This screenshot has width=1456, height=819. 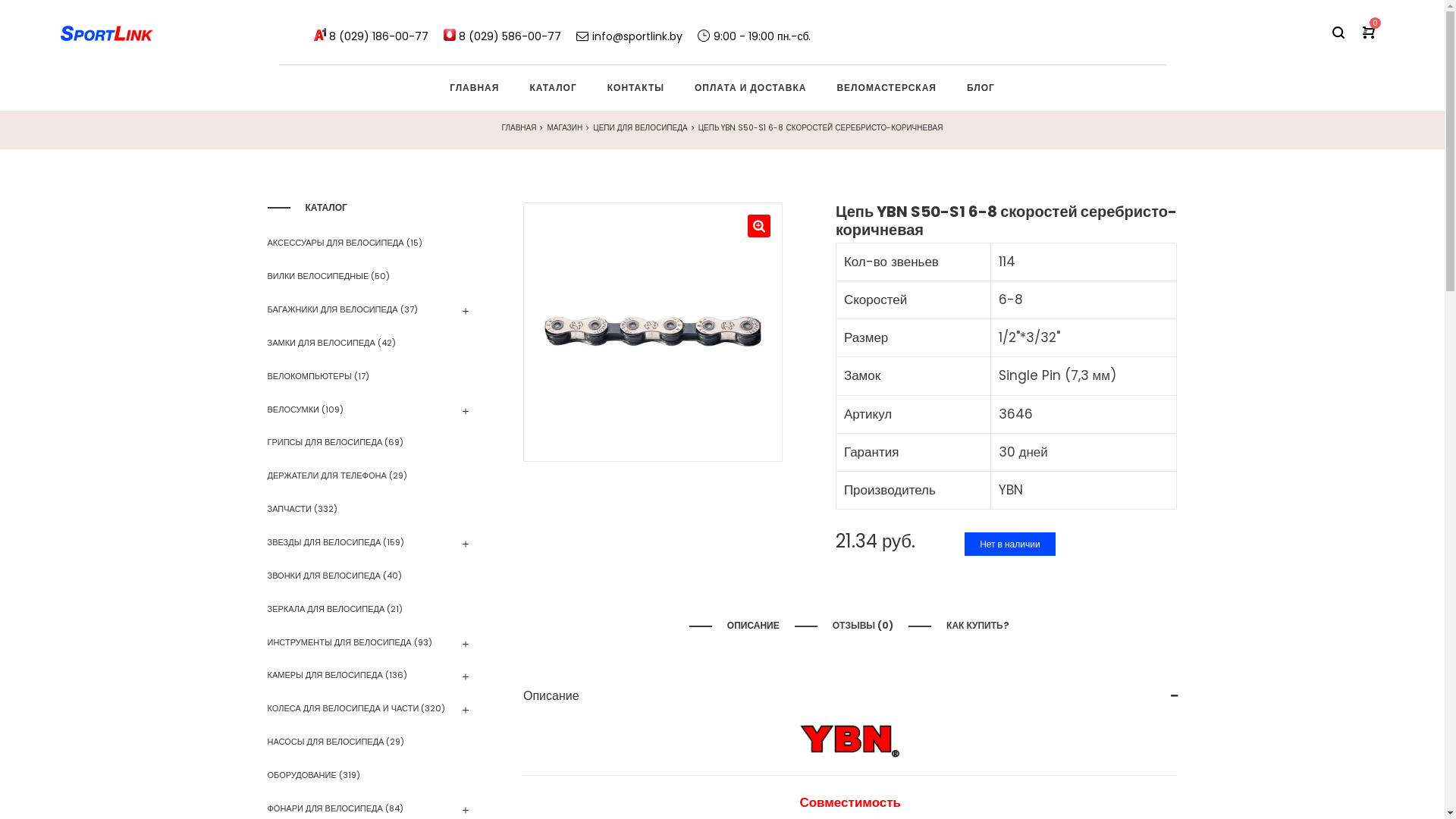 I want to click on '8 (029) 186-00-77', so click(x=378, y=32).